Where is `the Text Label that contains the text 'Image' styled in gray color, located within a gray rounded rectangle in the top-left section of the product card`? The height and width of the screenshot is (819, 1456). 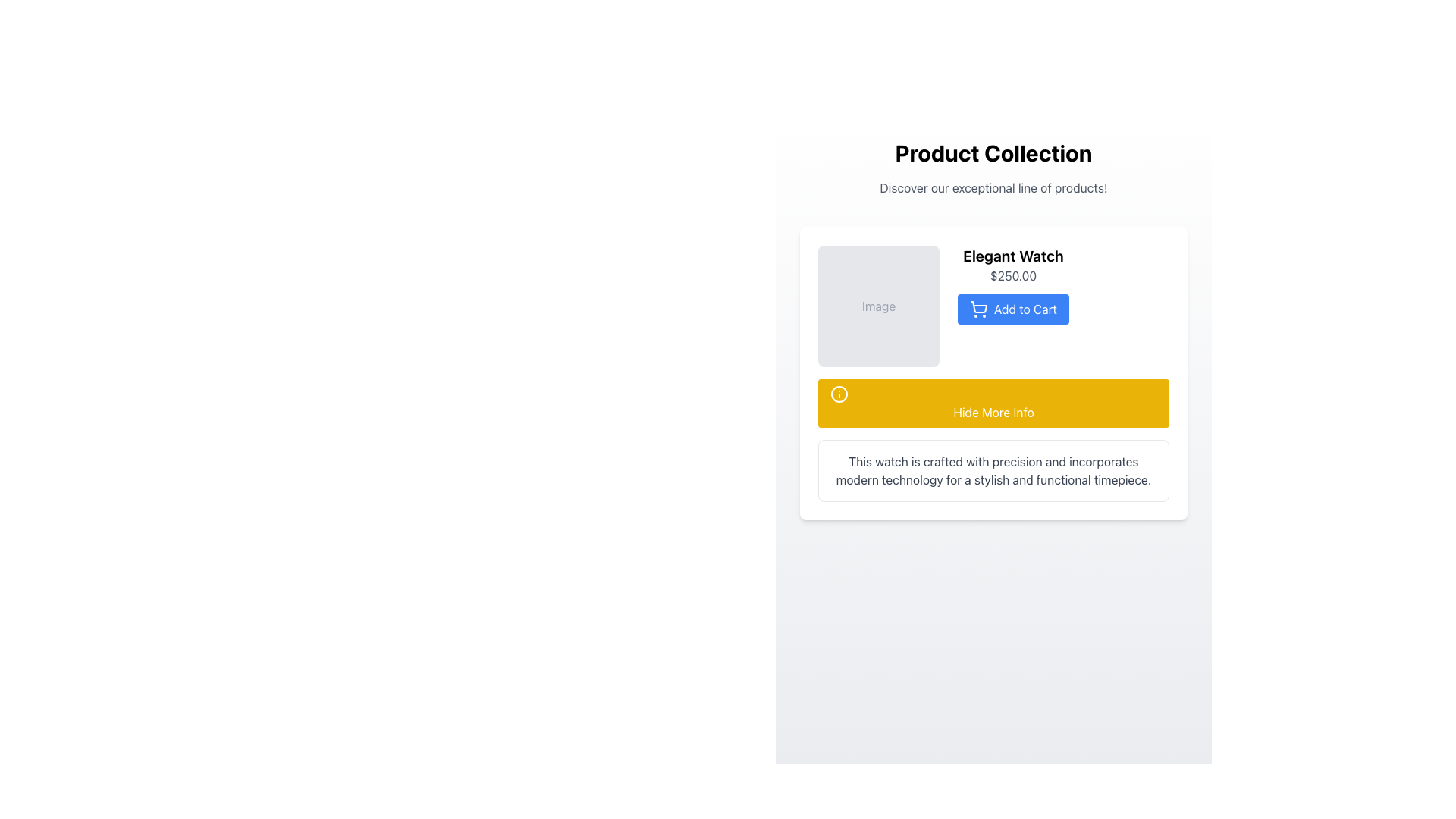 the Text Label that contains the text 'Image' styled in gray color, located within a gray rounded rectangle in the top-left section of the product card is located at coordinates (878, 306).